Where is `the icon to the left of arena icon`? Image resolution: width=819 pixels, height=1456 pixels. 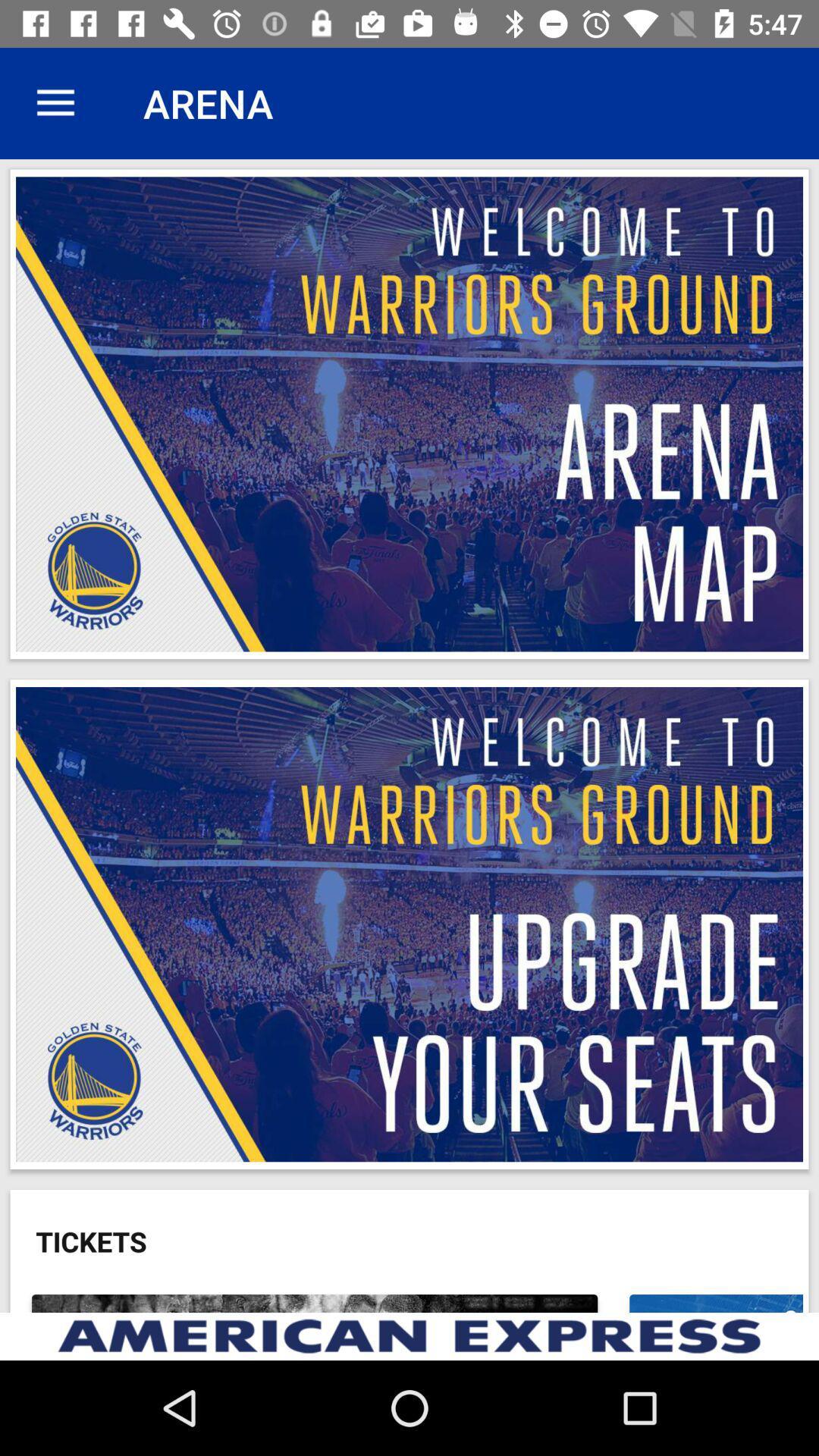
the icon to the left of arena icon is located at coordinates (55, 102).